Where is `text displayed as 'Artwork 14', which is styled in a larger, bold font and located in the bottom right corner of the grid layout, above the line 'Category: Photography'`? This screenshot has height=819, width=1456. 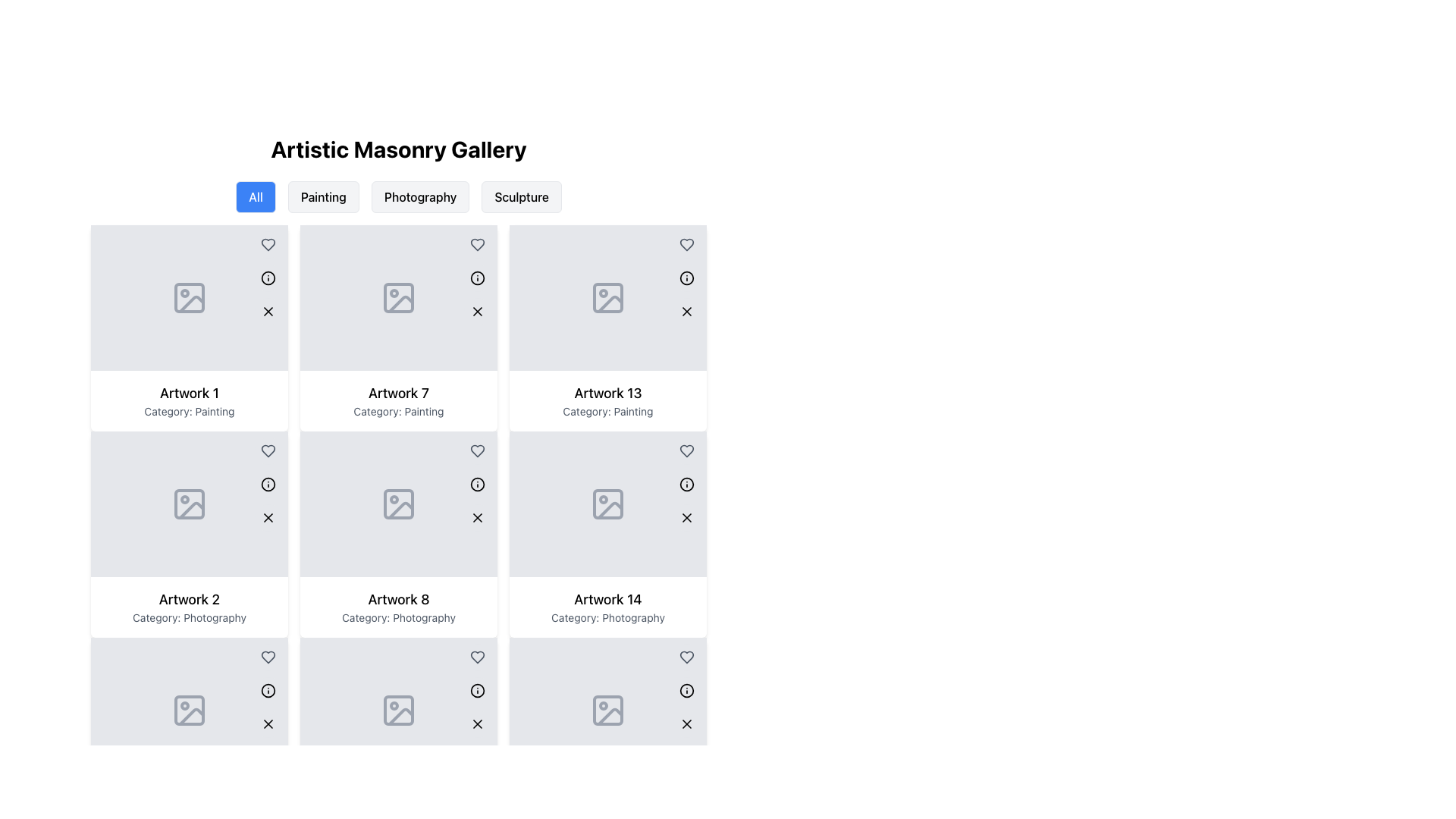
text displayed as 'Artwork 14', which is styled in a larger, bold font and located in the bottom right corner of the grid layout, above the line 'Category: Photography' is located at coordinates (607, 598).